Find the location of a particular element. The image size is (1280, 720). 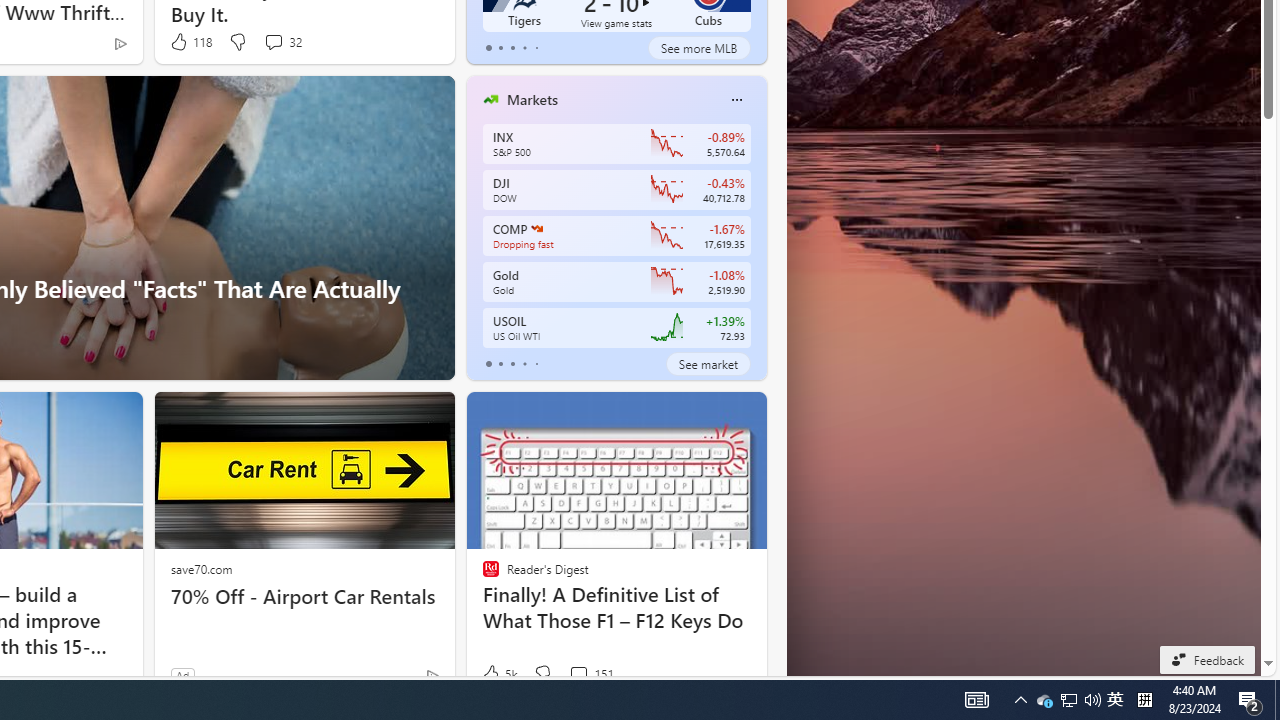

'118 Like' is located at coordinates (190, 42).